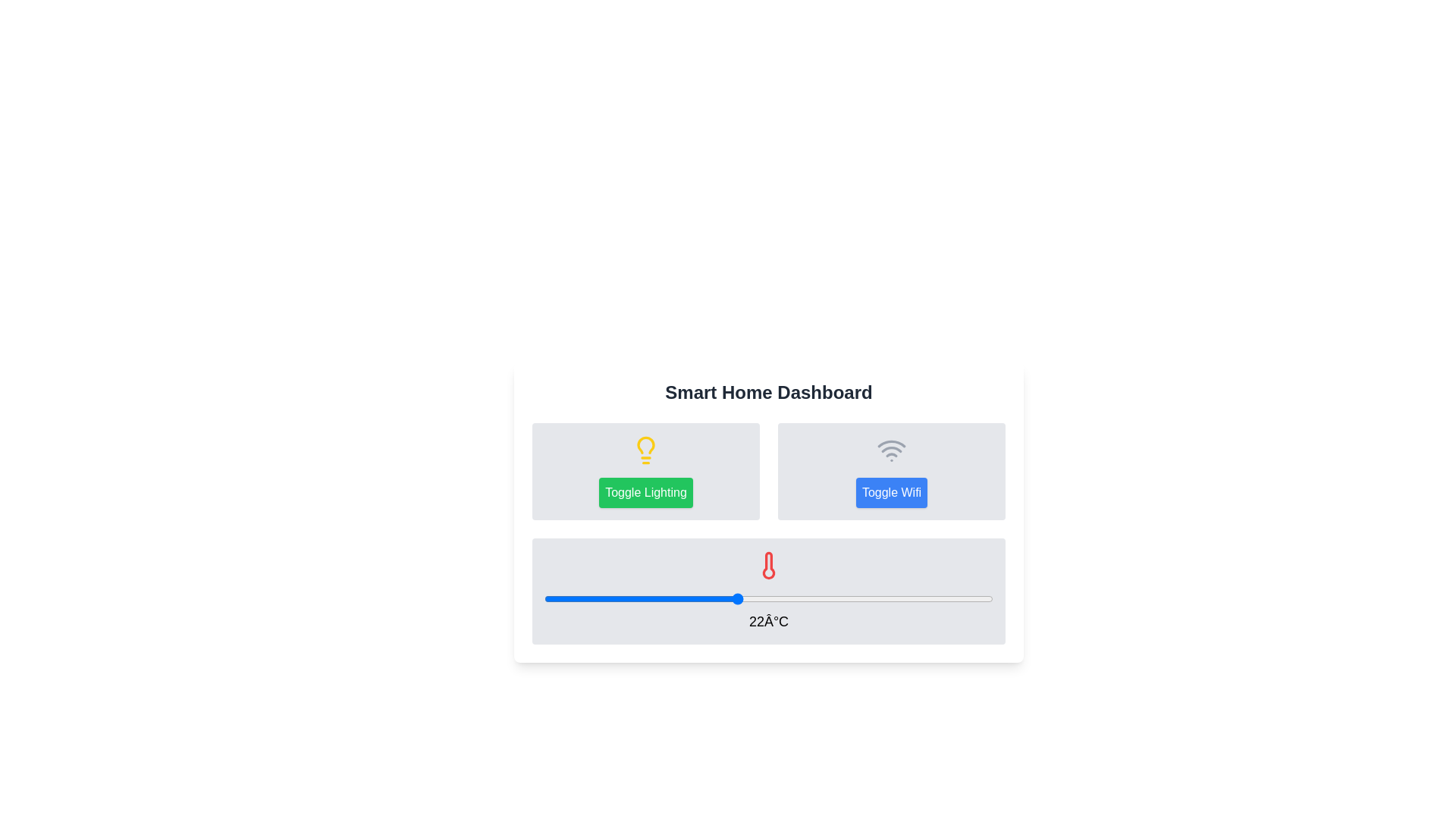  What do you see at coordinates (960, 598) in the screenshot?
I see `the temperature` at bounding box center [960, 598].